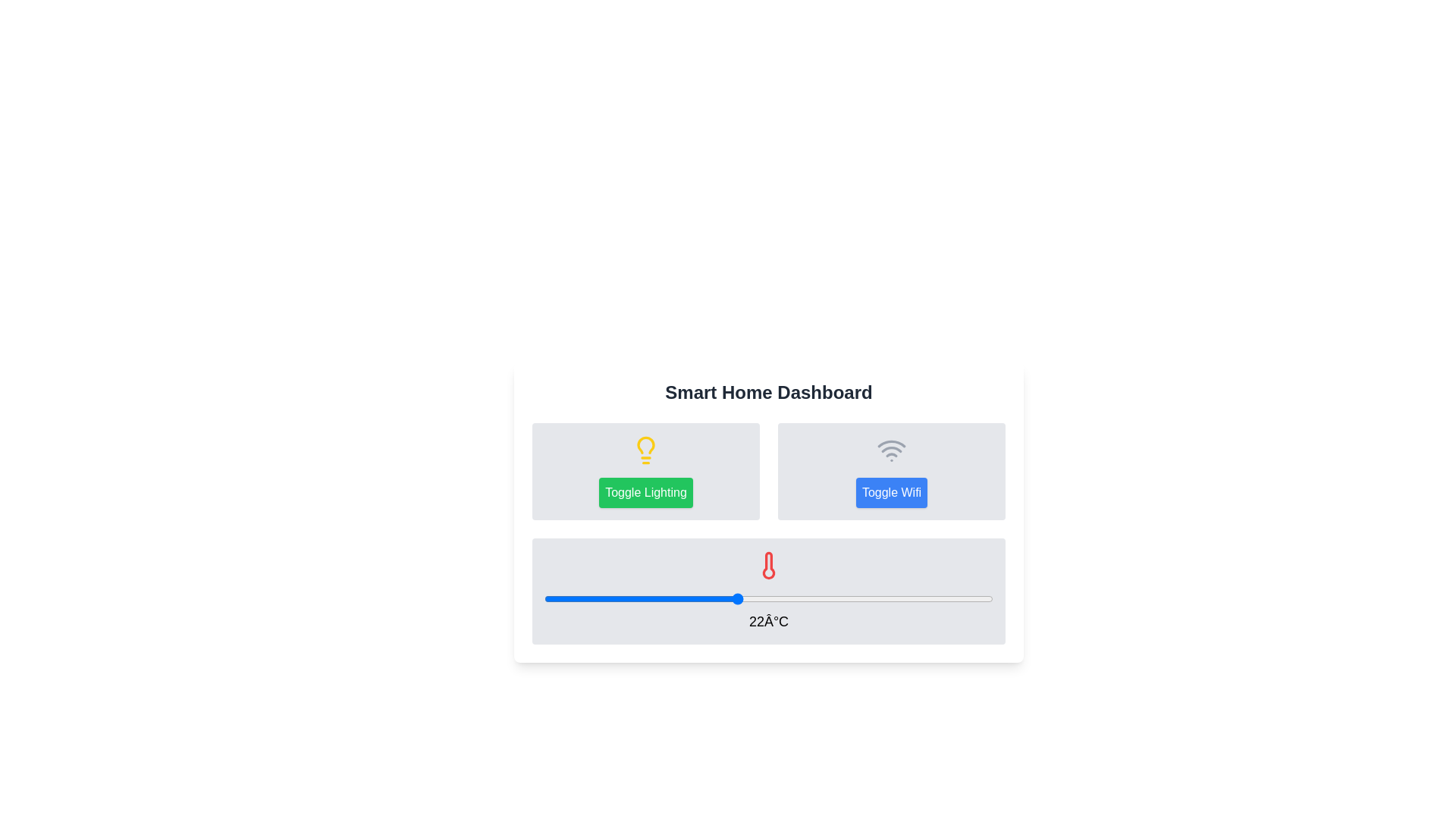  What do you see at coordinates (960, 598) in the screenshot?
I see `the temperature` at bounding box center [960, 598].